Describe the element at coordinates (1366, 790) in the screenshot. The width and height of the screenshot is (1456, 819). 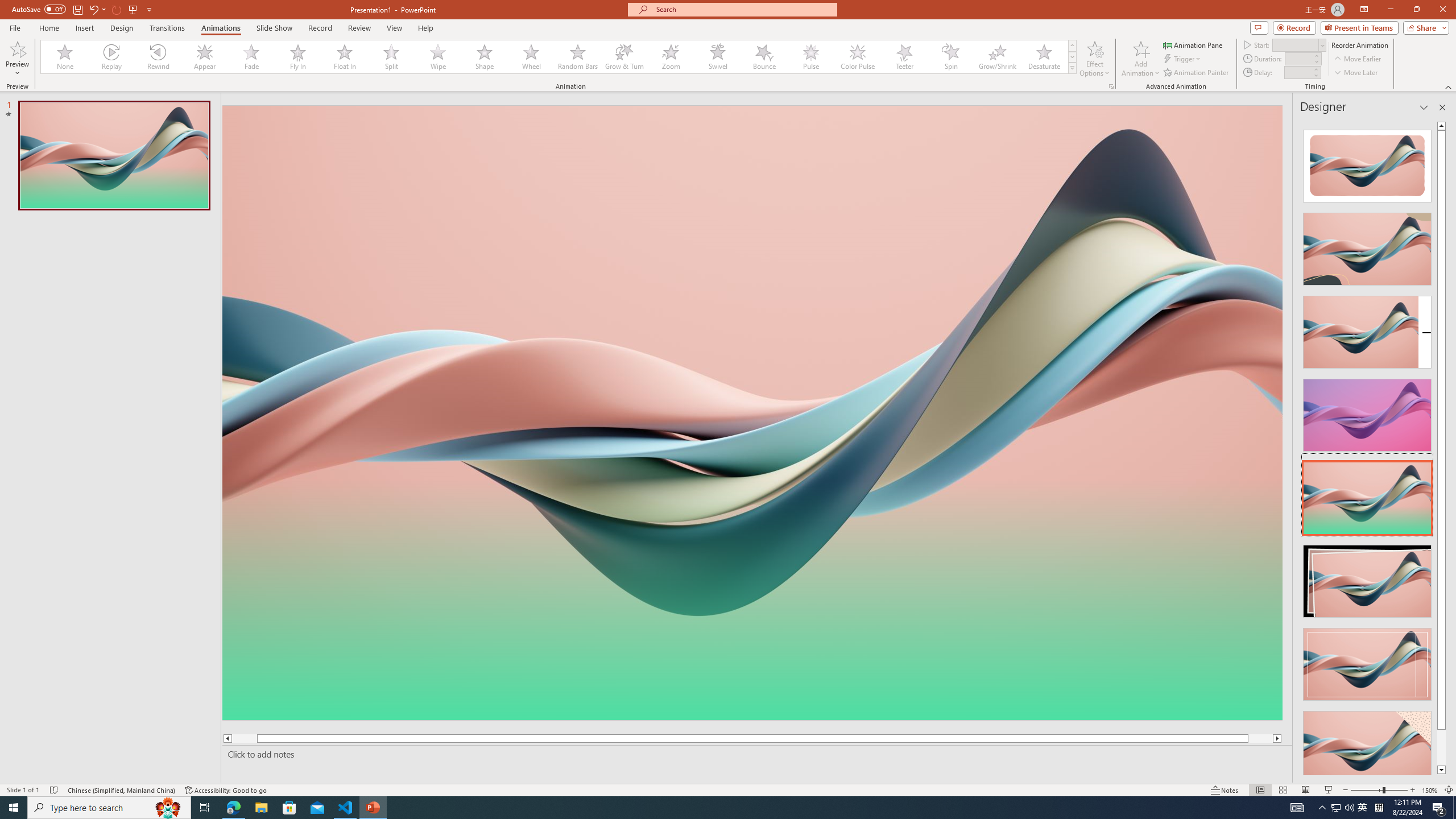
I see `'Zoom Out'` at that location.